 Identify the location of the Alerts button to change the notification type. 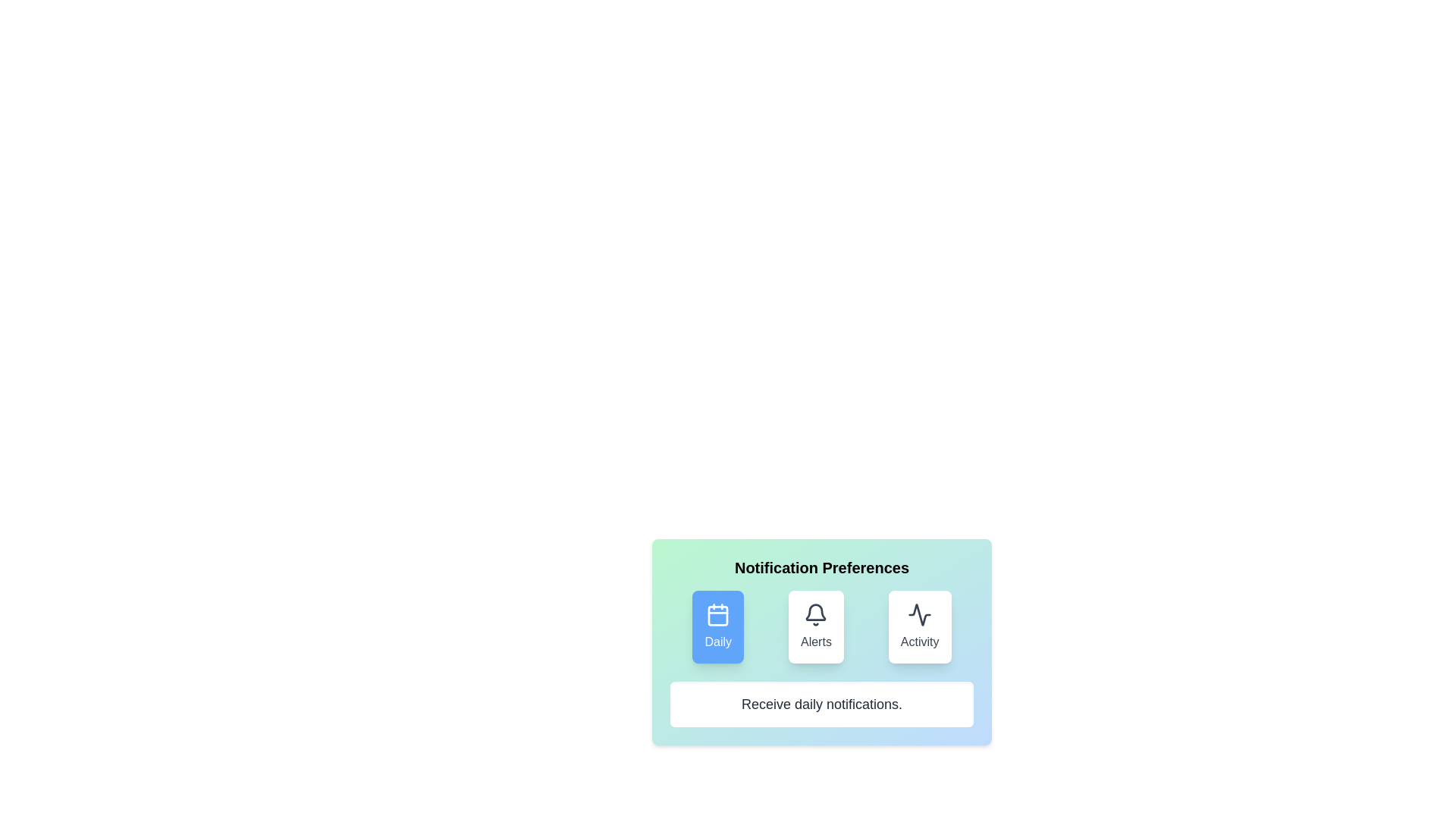
(815, 626).